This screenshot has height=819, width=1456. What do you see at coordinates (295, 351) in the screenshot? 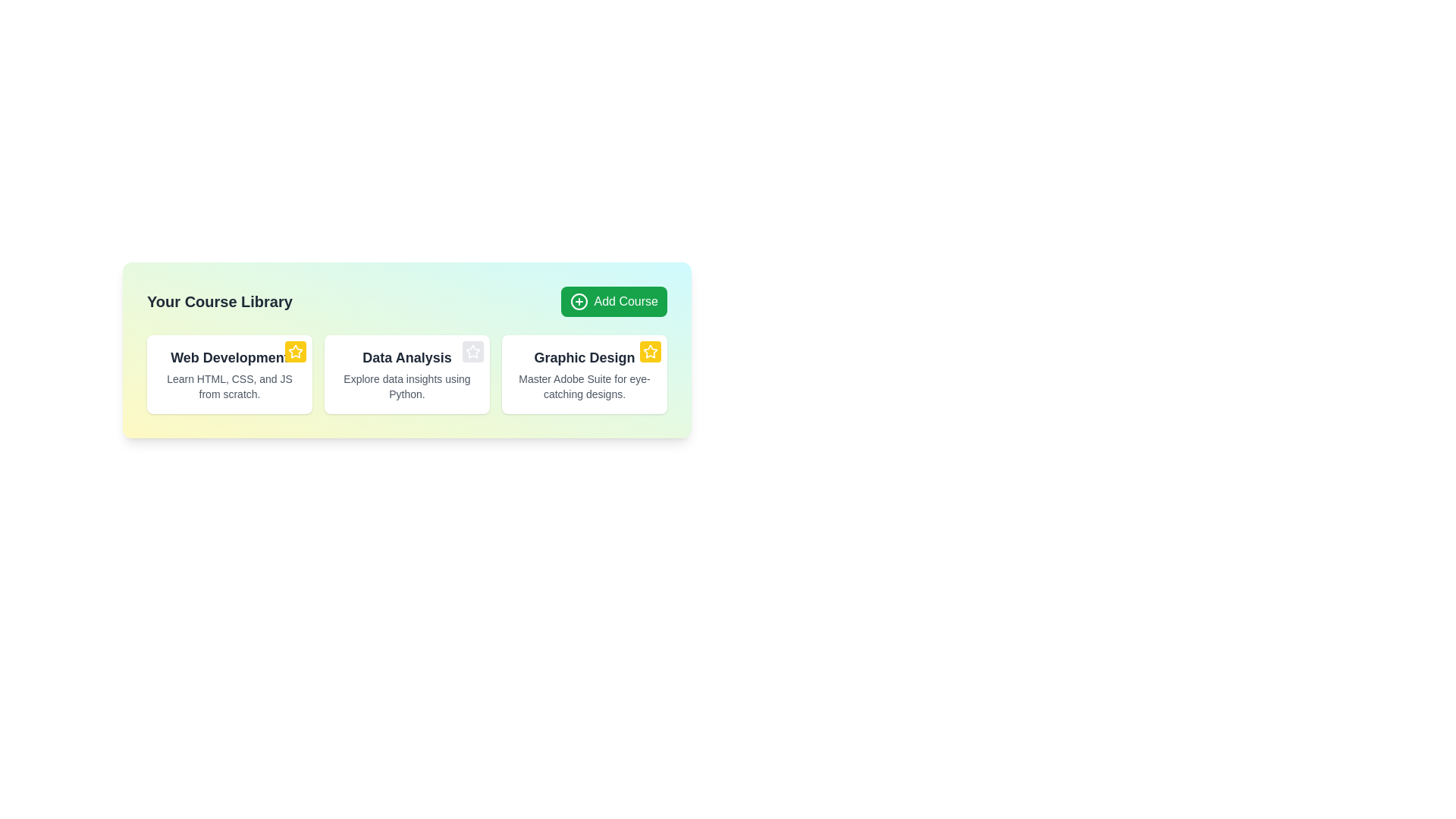
I see `the star icon within the 'Web Development' card to mark the course as a favorite` at bounding box center [295, 351].